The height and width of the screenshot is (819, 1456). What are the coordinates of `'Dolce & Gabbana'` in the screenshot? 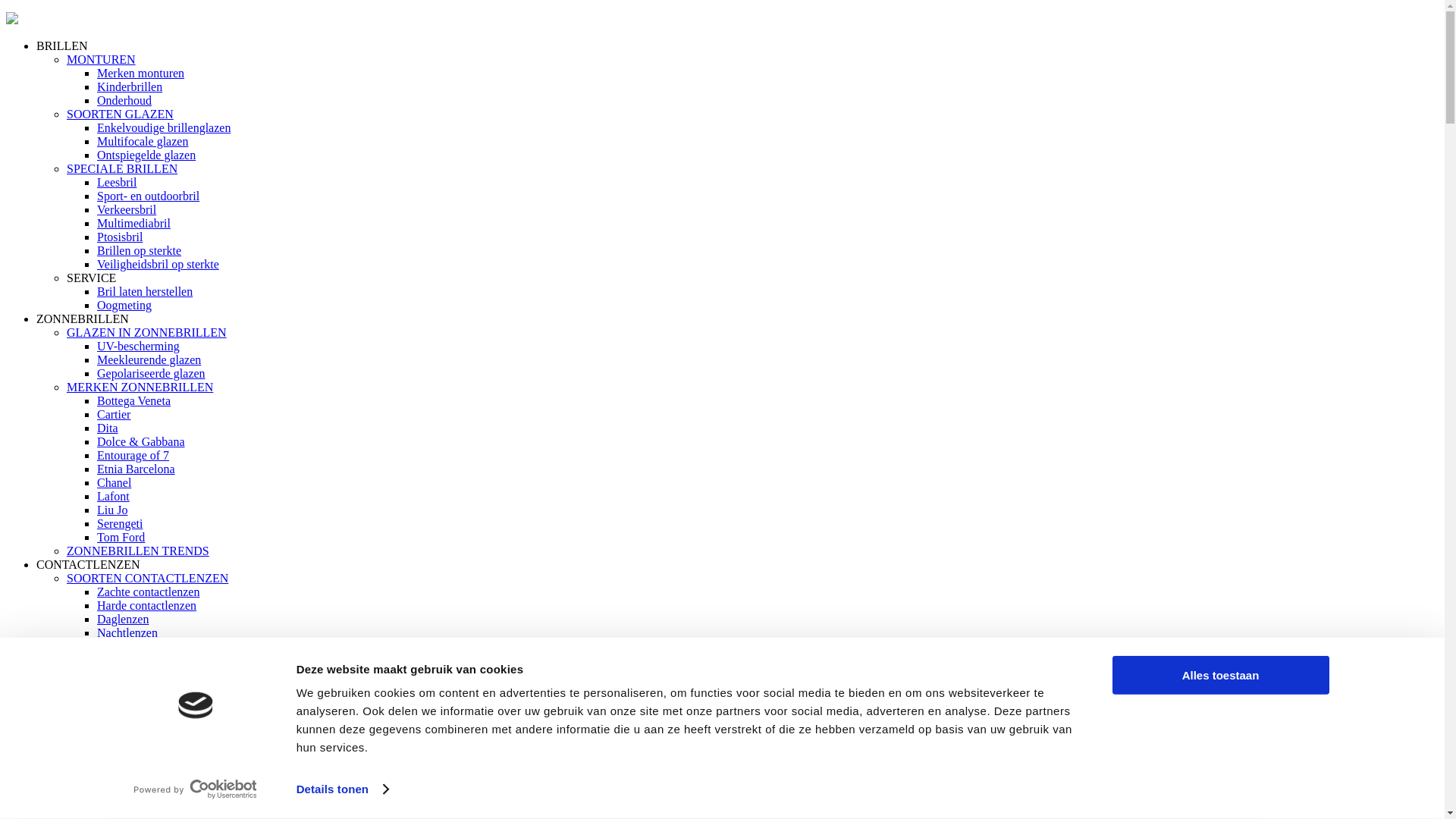 It's located at (141, 441).